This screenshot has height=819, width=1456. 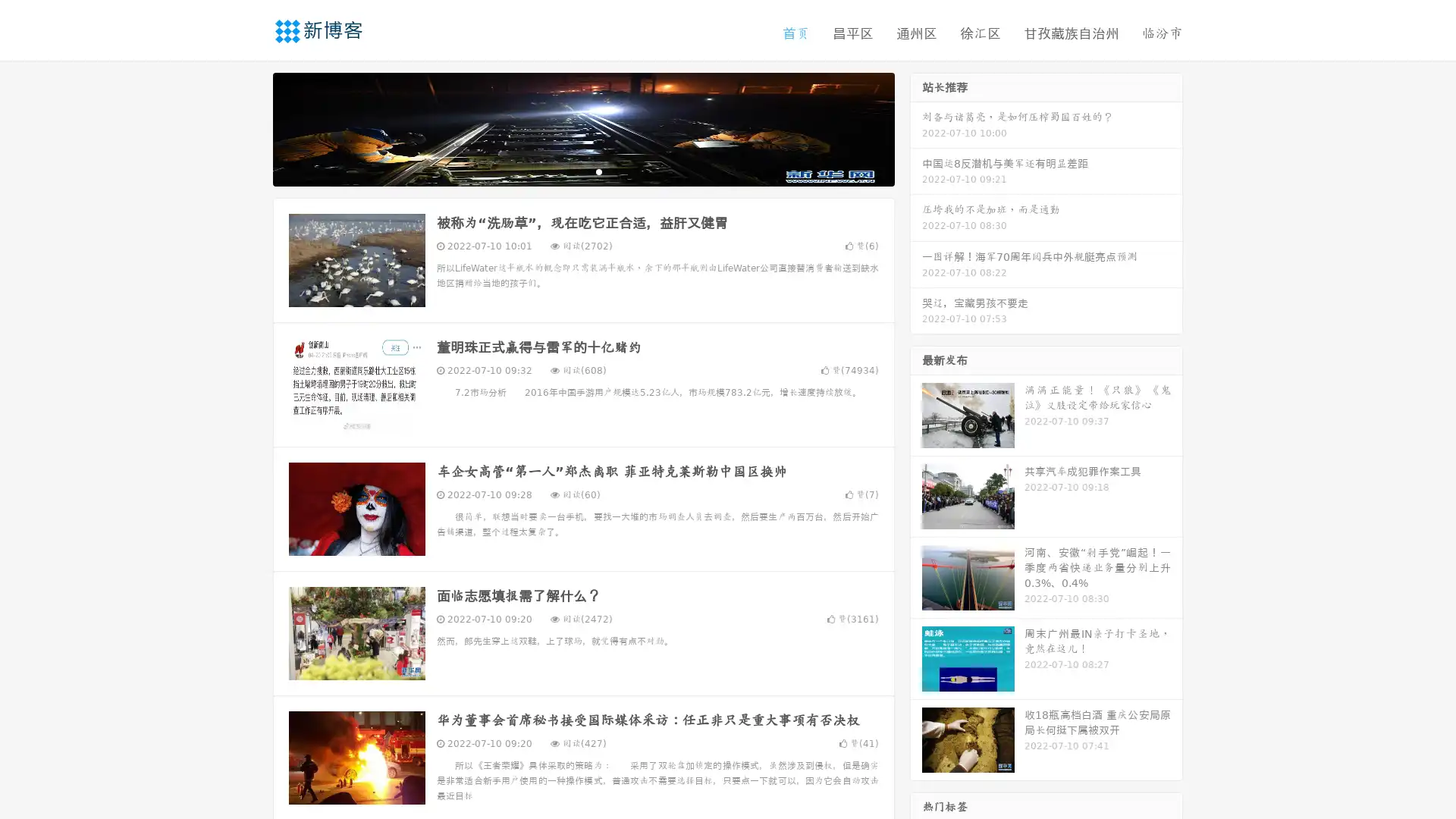 What do you see at coordinates (598, 171) in the screenshot?
I see `Go to slide 3` at bounding box center [598, 171].